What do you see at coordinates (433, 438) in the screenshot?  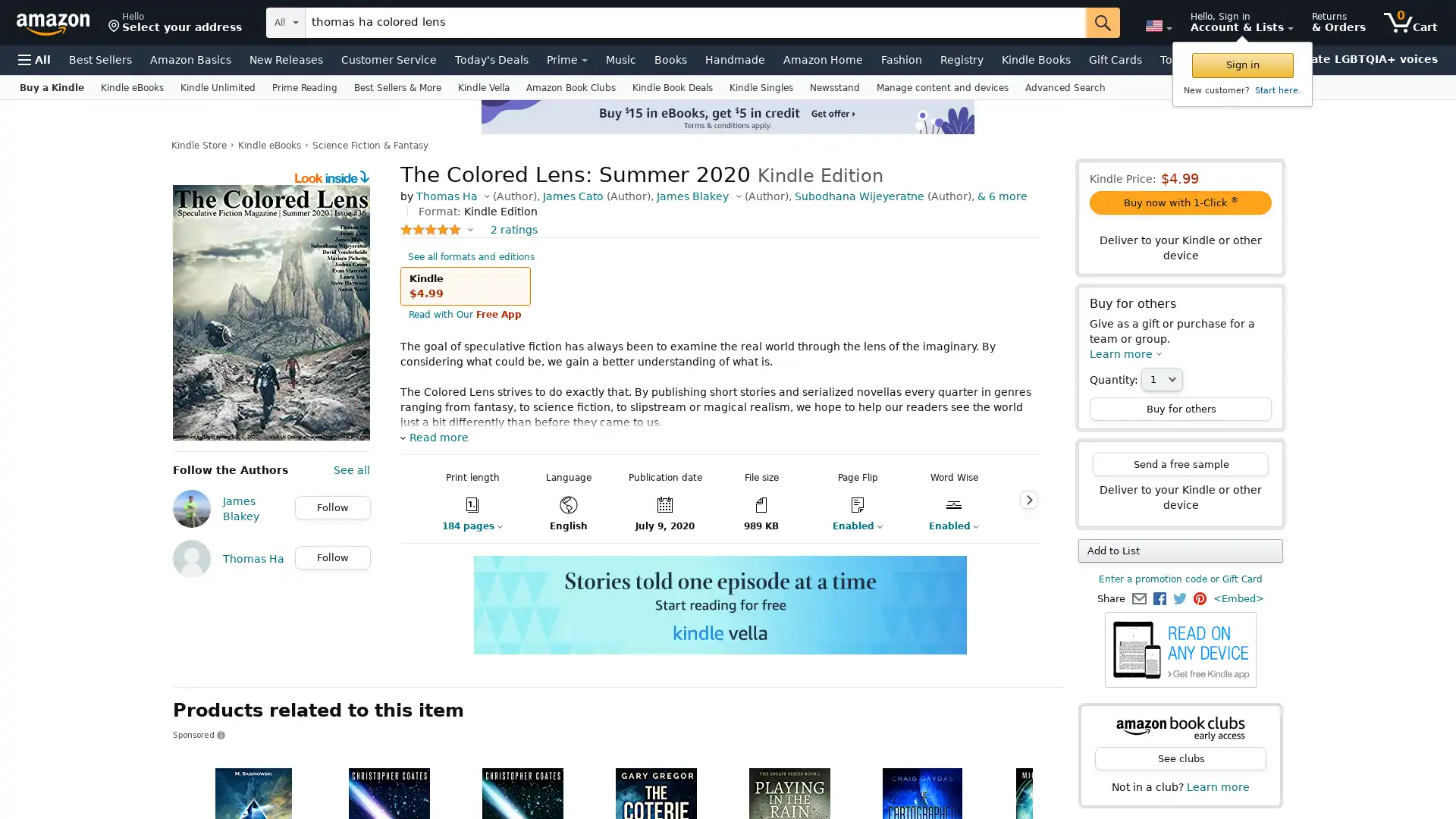 I see `Read more` at bounding box center [433, 438].